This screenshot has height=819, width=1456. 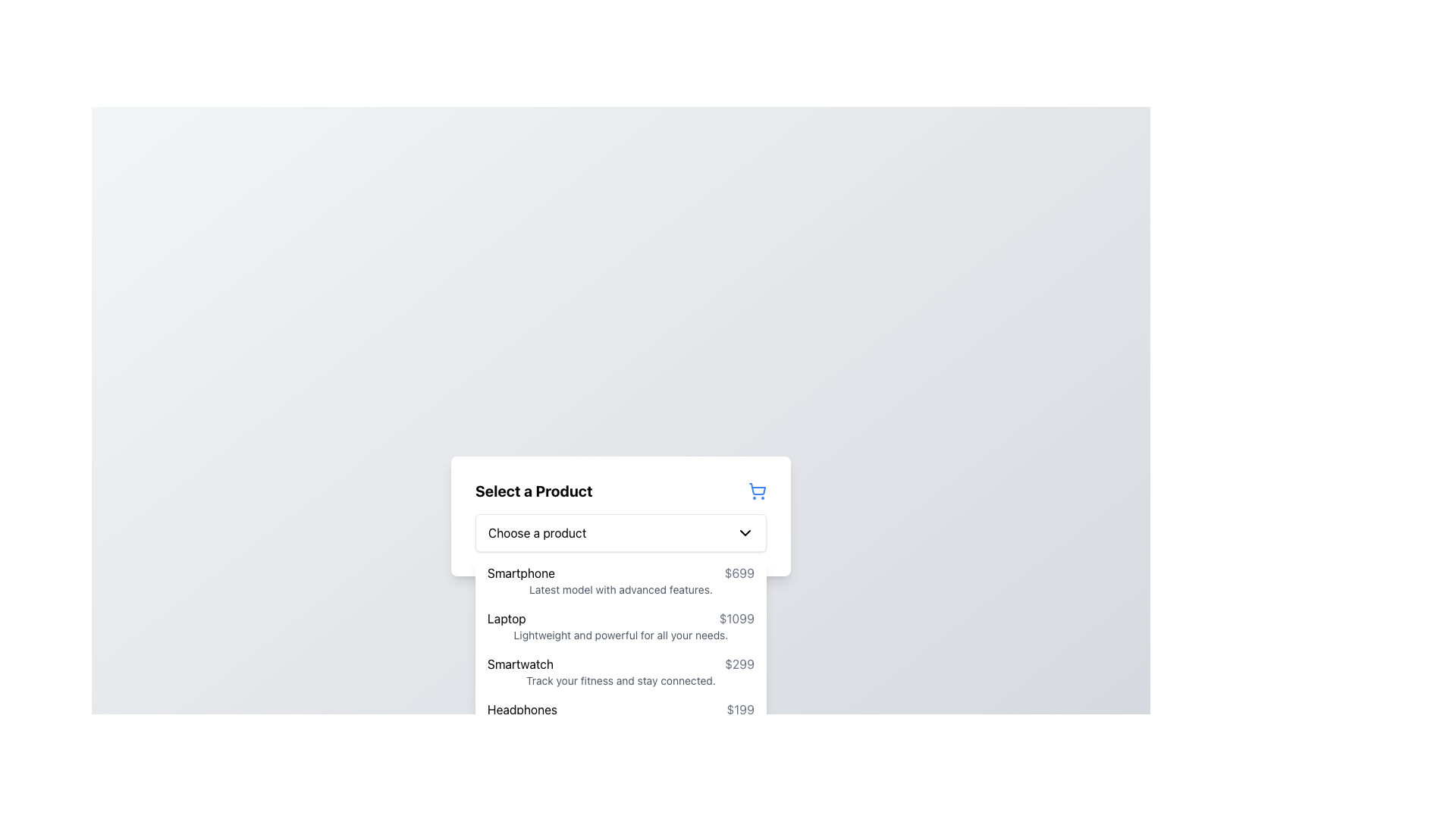 What do you see at coordinates (621, 680) in the screenshot?
I see `the Text label that provides additional information about the 'Smartwatch' product located below the product title and price in the dropdown-style product selection menu` at bounding box center [621, 680].